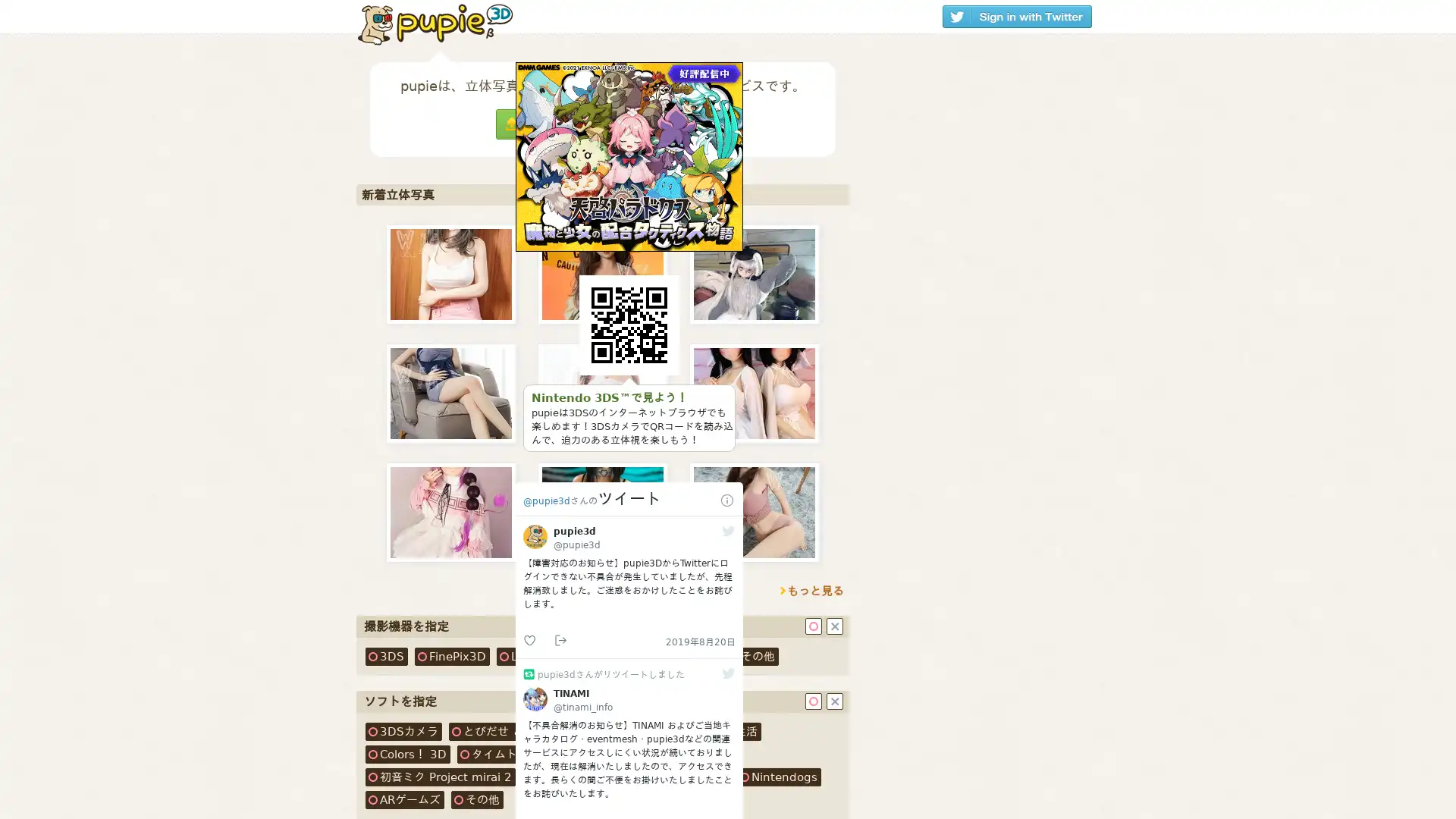 The image size is (1456, 819). I want to click on EVO3D, so click(689, 656).